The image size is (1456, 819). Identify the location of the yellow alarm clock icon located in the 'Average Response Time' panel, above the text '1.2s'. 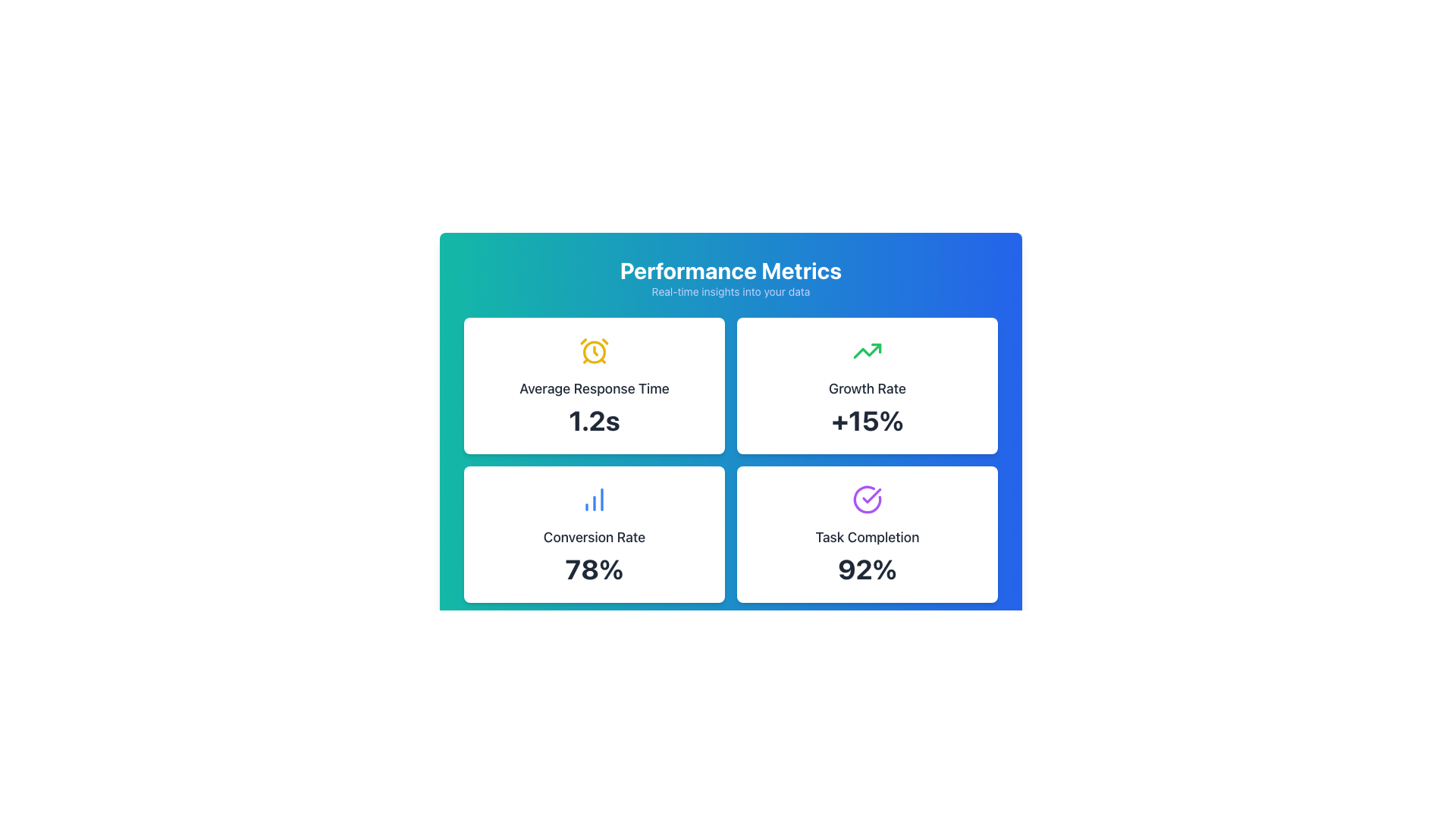
(593, 350).